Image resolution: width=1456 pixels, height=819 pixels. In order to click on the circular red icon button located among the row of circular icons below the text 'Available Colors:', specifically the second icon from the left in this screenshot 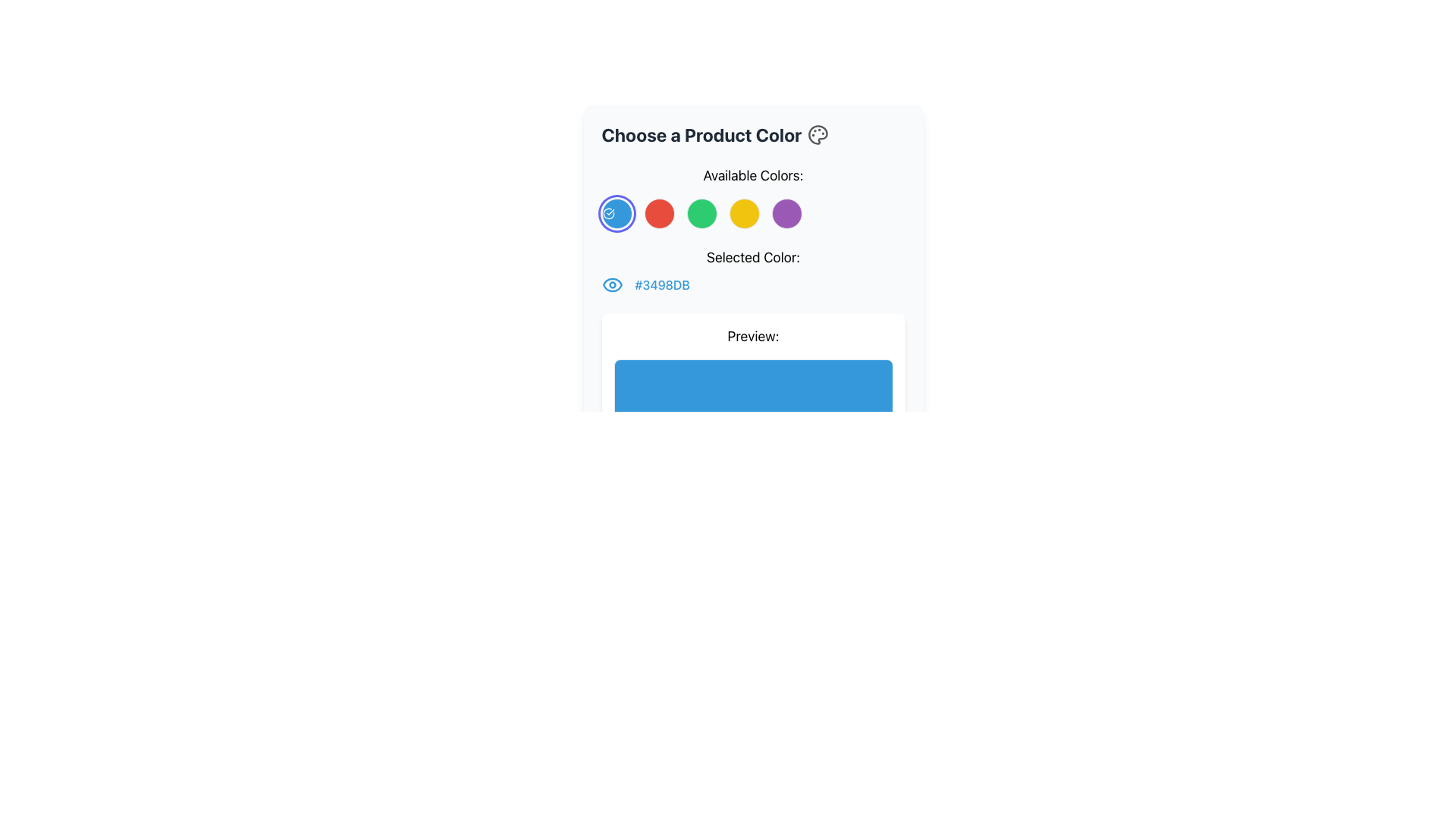, I will do `click(659, 213)`.